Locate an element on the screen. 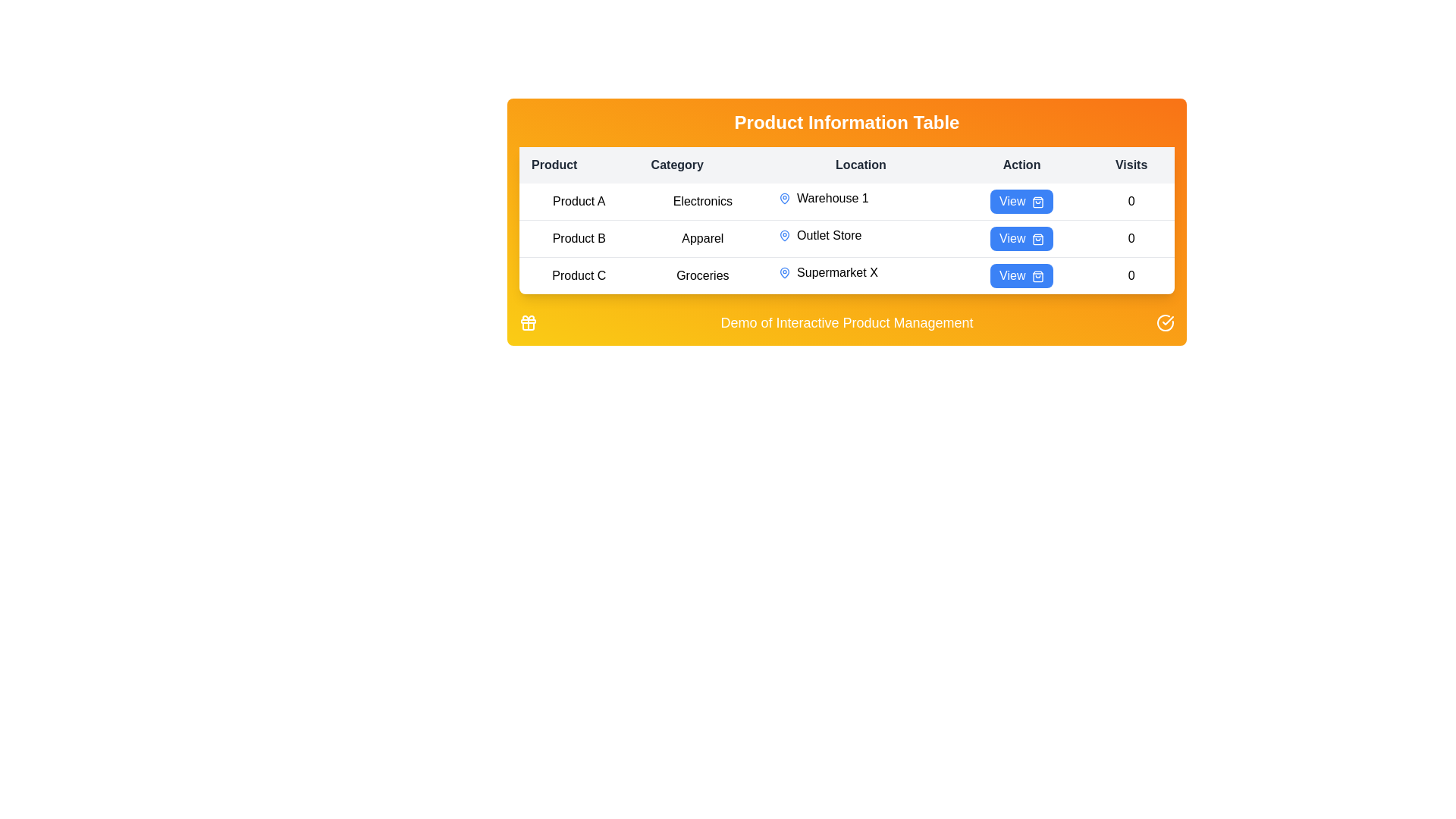  the small rectangular shopping bag icon located in the 'Action' column next to the 'View' button for 'Product A' is located at coordinates (1037, 201).